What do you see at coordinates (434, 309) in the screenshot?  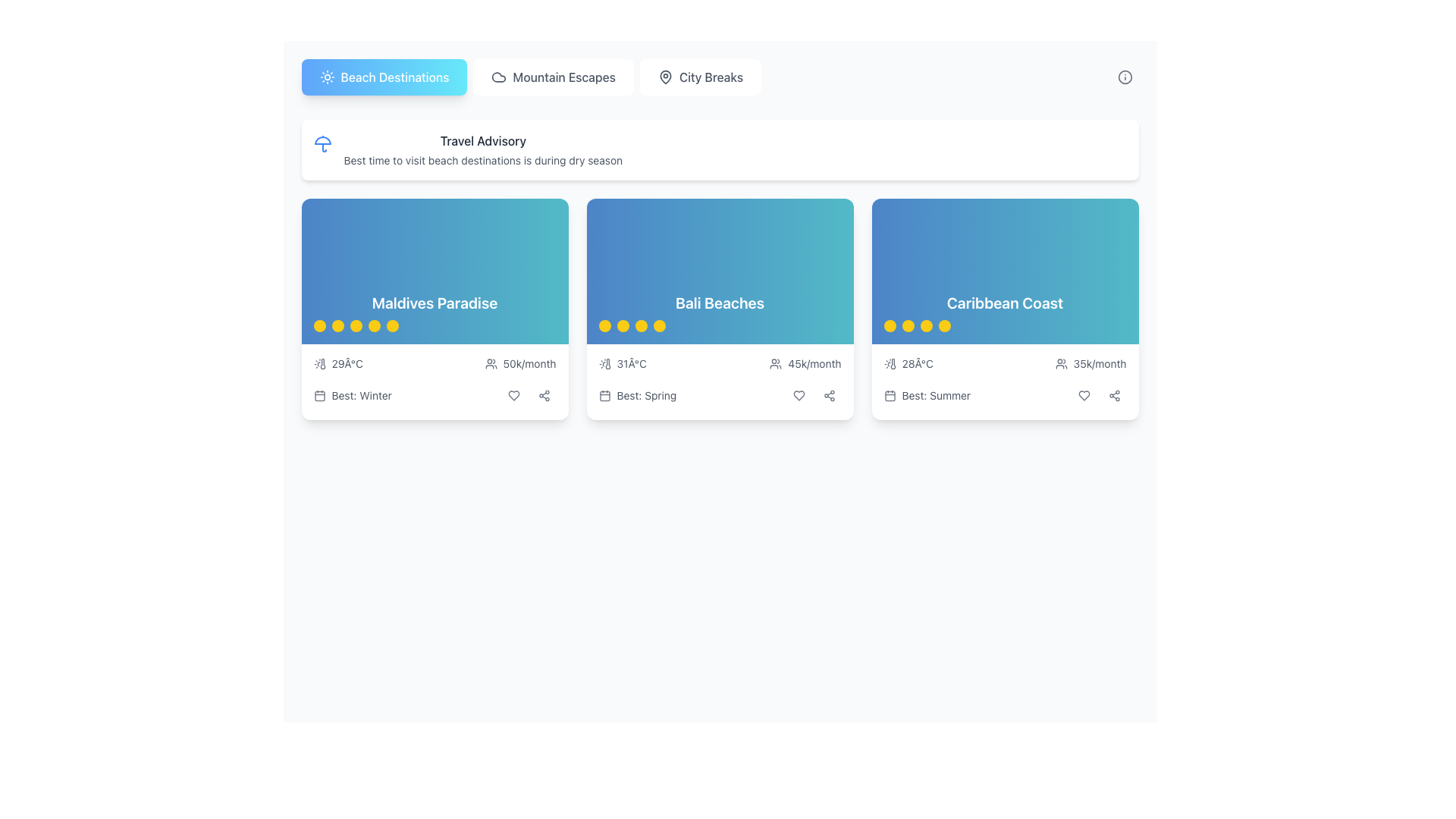 I see `the travel destination card titled 'Maldives Paradise' which is the first card in a row of three under the 'Travel Advisory' section` at bounding box center [434, 309].